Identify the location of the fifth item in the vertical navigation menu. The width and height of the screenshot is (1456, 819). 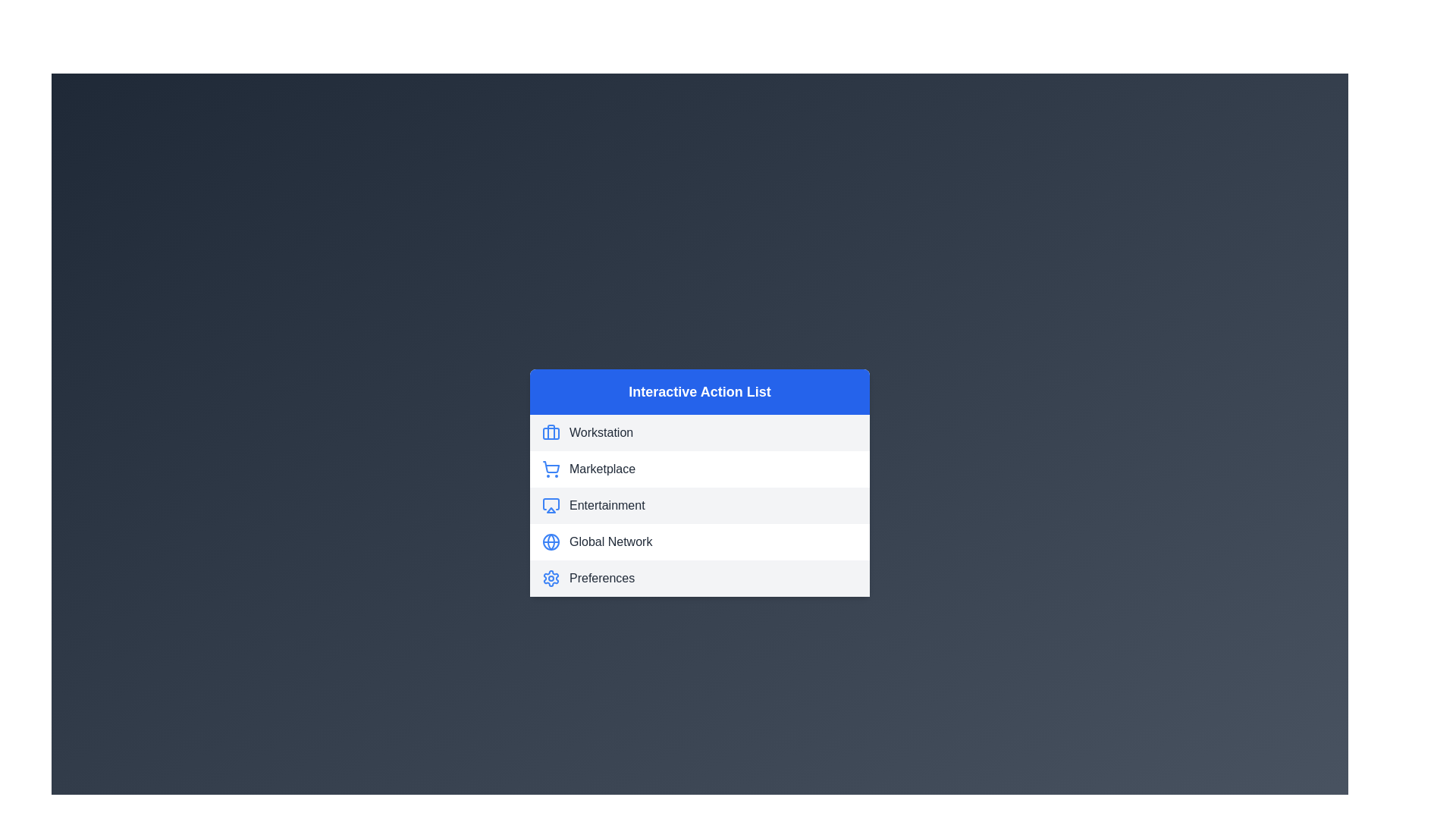
(698, 579).